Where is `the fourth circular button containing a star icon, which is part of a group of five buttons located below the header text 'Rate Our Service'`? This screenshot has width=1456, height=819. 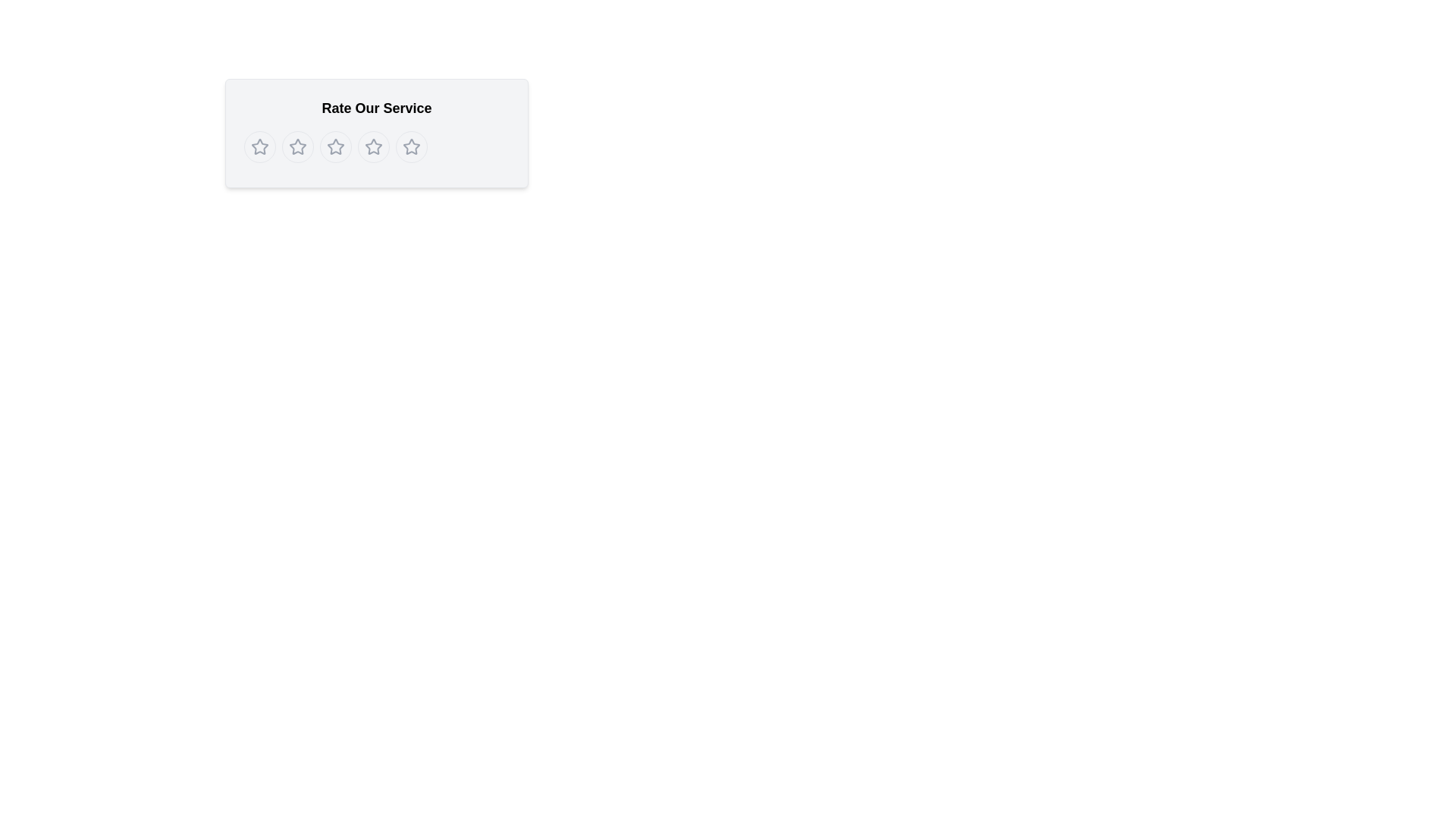 the fourth circular button containing a star icon, which is part of a group of five buttons located below the header text 'Rate Our Service' is located at coordinates (377, 146).